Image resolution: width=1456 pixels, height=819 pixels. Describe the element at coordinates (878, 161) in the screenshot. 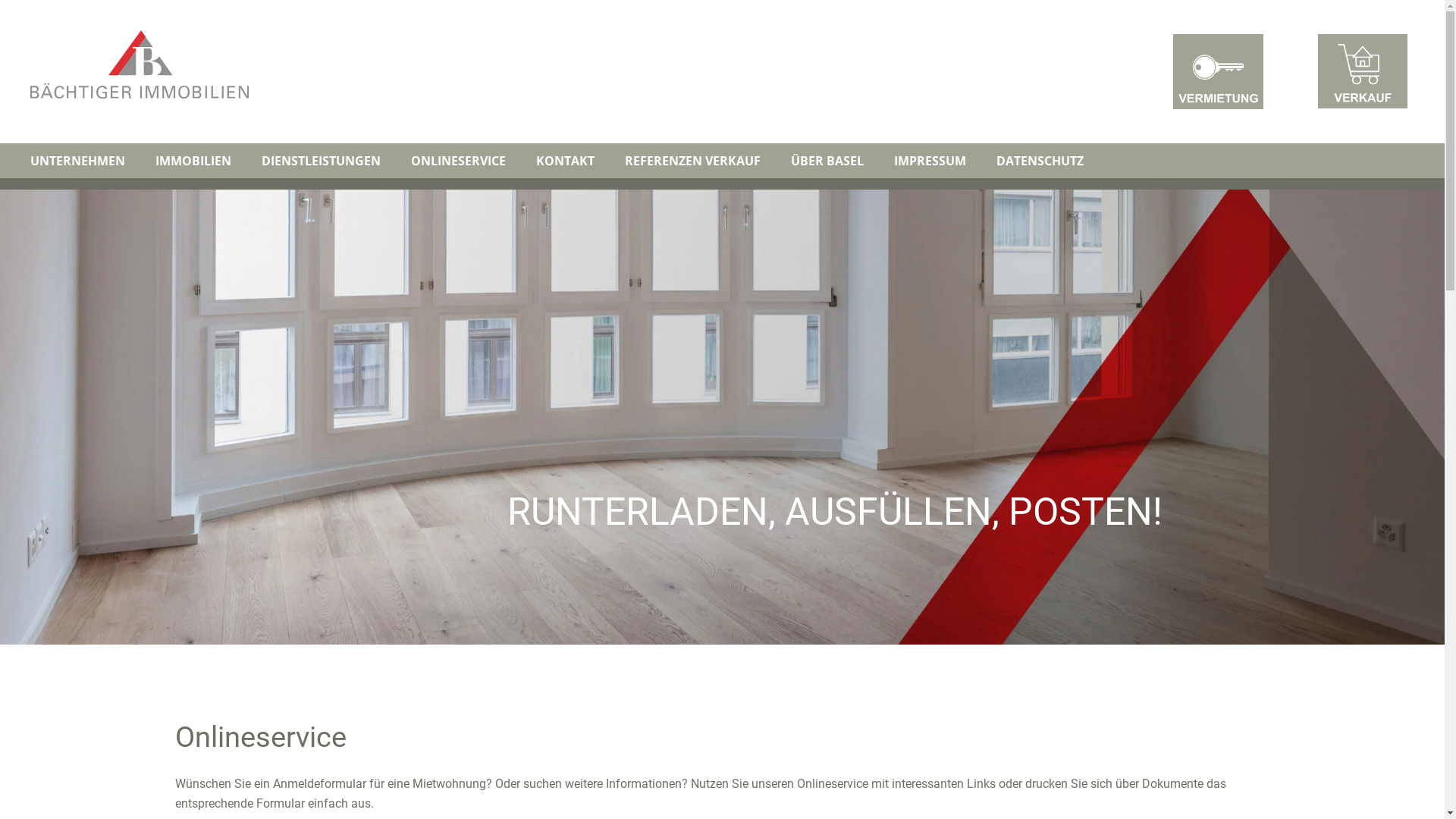

I see `'IMPRESSUM'` at that location.